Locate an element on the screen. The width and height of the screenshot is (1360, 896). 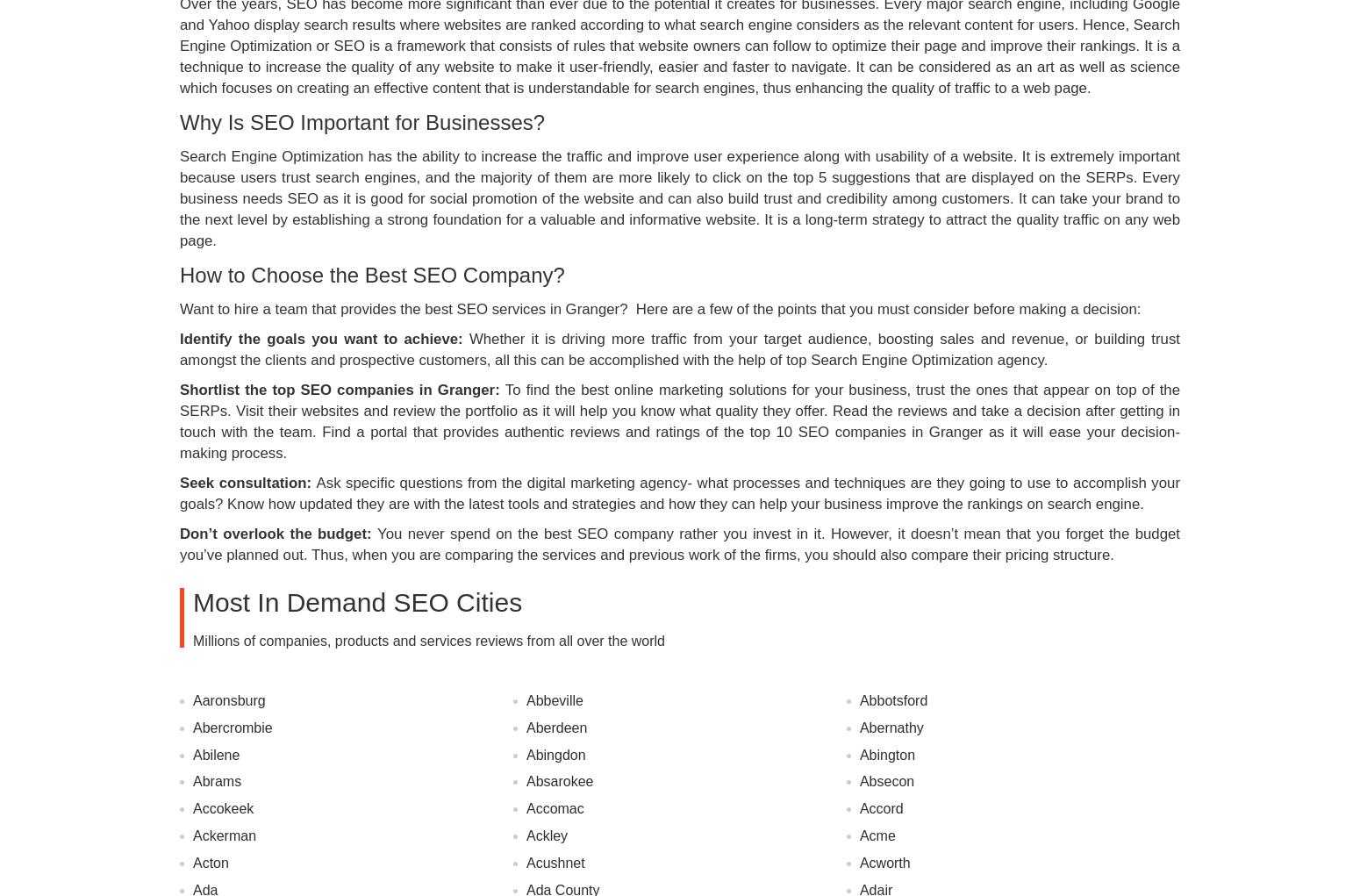
'Abington' is located at coordinates (887, 754).